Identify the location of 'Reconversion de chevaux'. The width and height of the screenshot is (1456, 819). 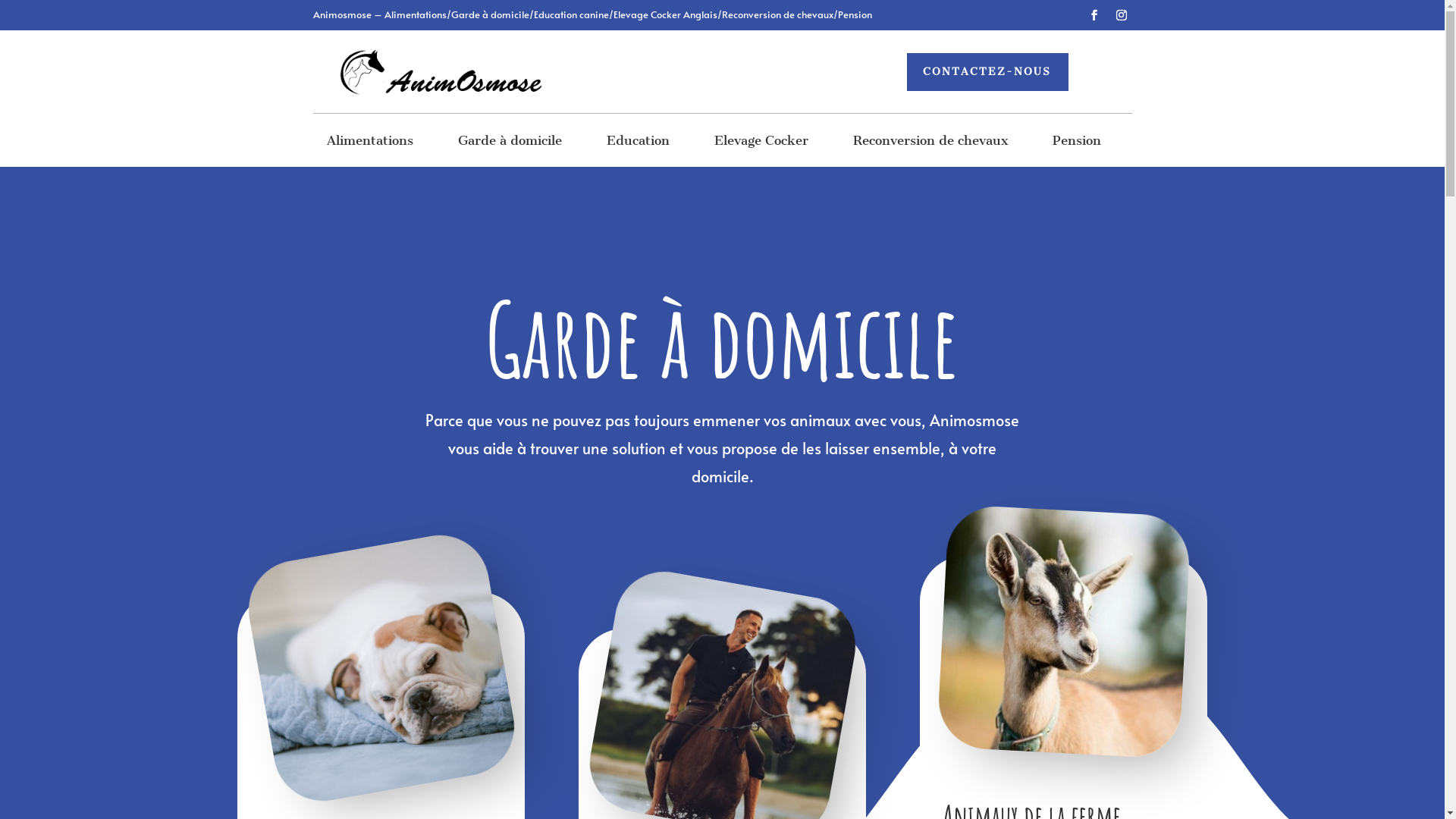
(930, 143).